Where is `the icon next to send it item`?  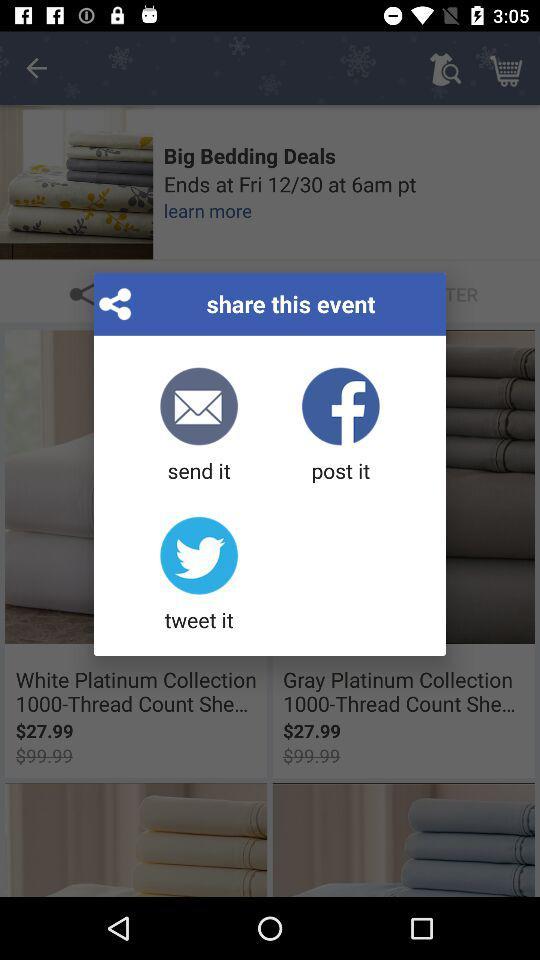 the icon next to send it item is located at coordinates (339, 426).